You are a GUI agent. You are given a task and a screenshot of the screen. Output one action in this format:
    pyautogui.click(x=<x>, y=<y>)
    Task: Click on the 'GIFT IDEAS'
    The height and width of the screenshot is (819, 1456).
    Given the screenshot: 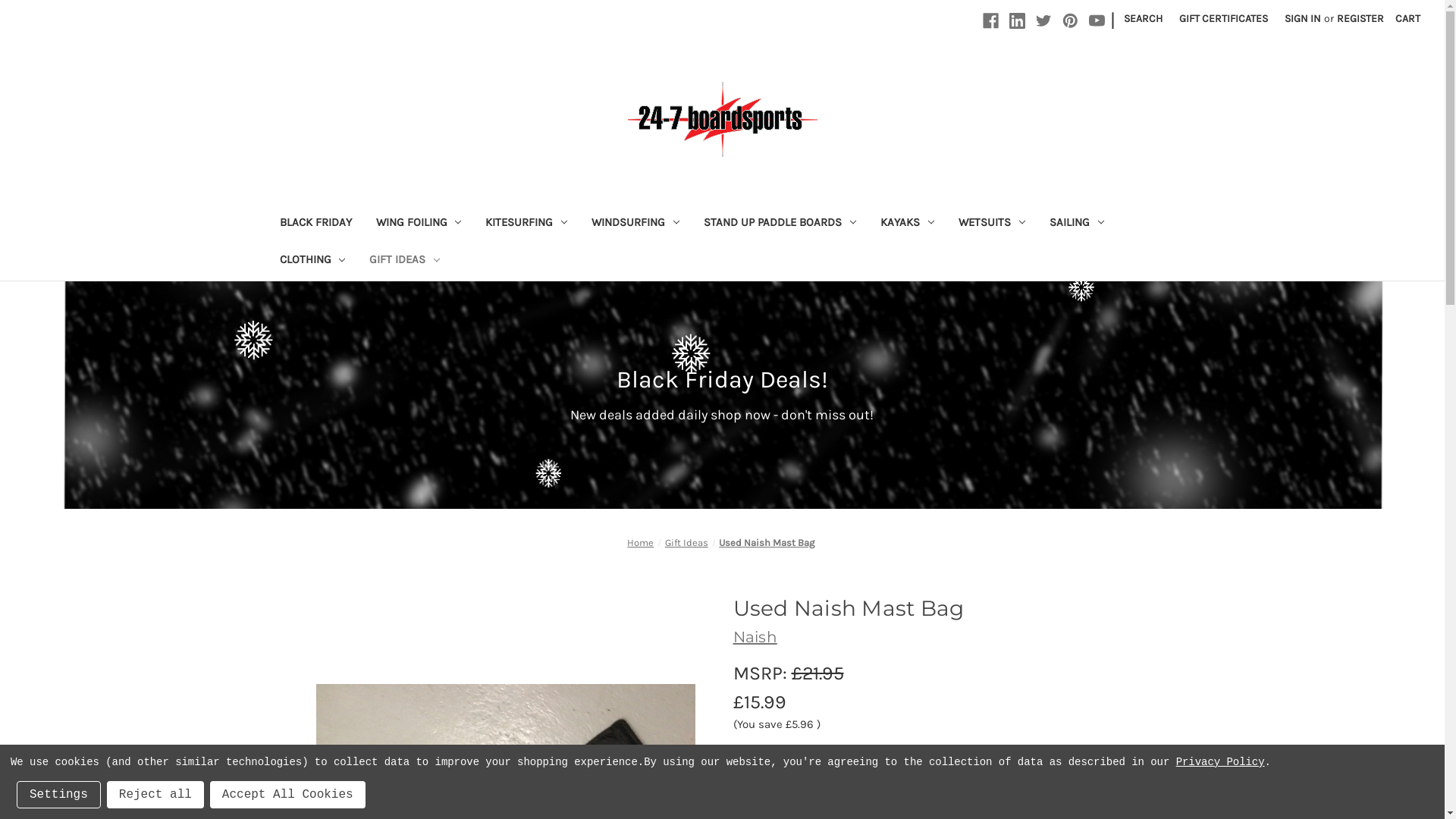 What is the action you would take?
    pyautogui.click(x=404, y=260)
    